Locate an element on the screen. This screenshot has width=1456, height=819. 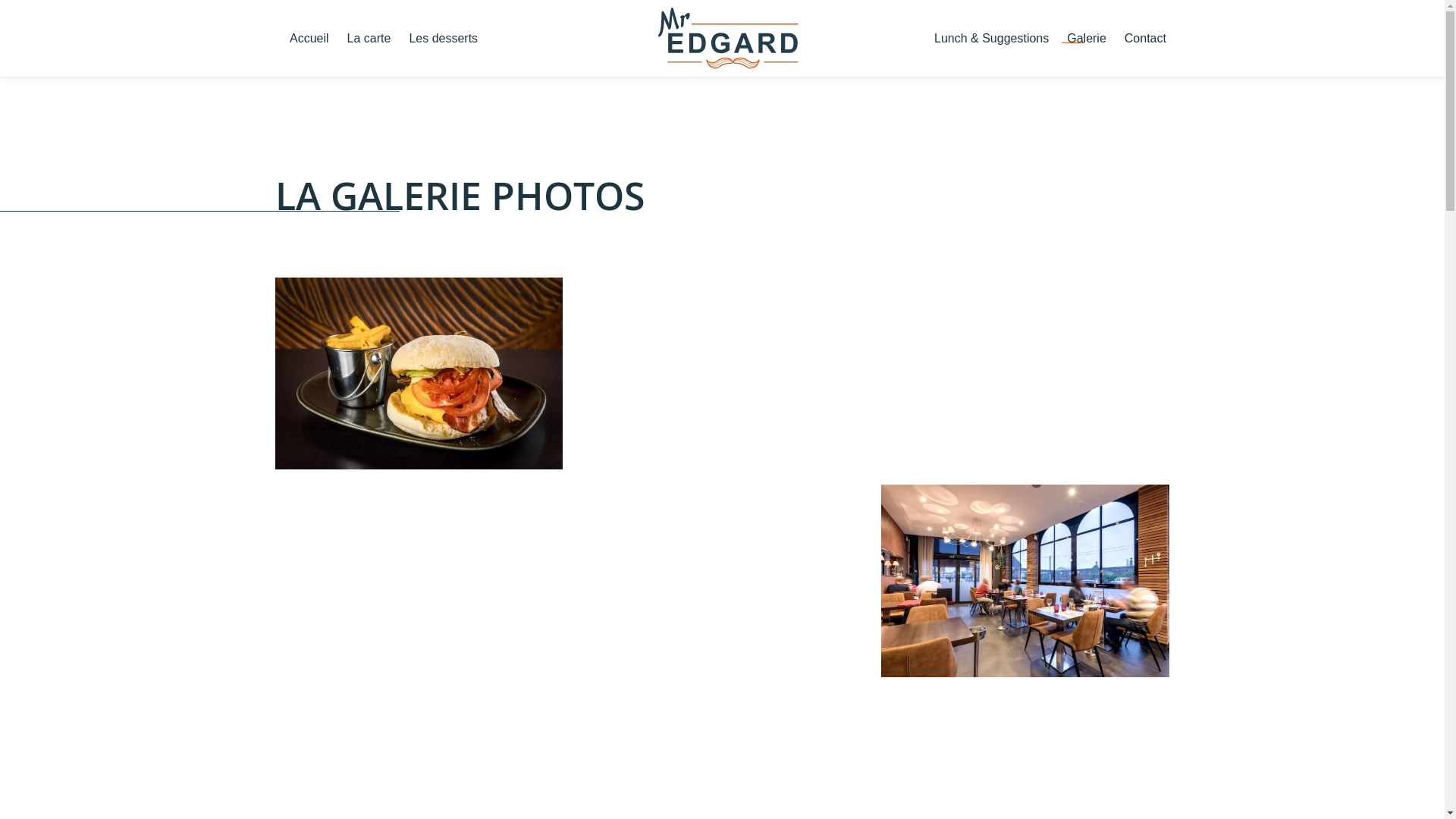
'Contact' is located at coordinates (1145, 37).